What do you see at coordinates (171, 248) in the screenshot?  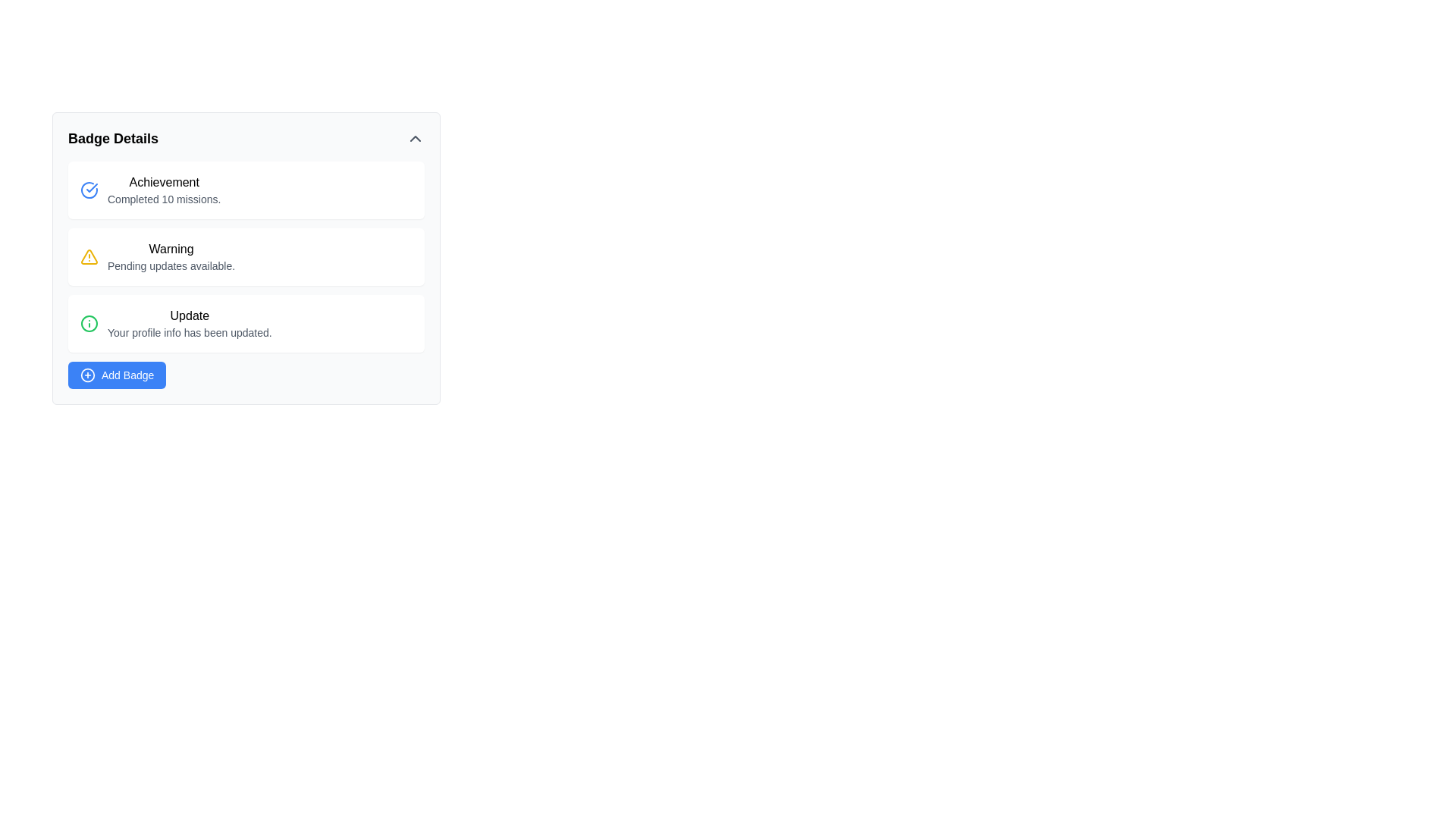 I see `the Text Label that indicates the alert's type or context, which is located in the second section of a vertically stacked list, next to a warning icon and above the smaller text 'Pending updates available.'` at bounding box center [171, 248].